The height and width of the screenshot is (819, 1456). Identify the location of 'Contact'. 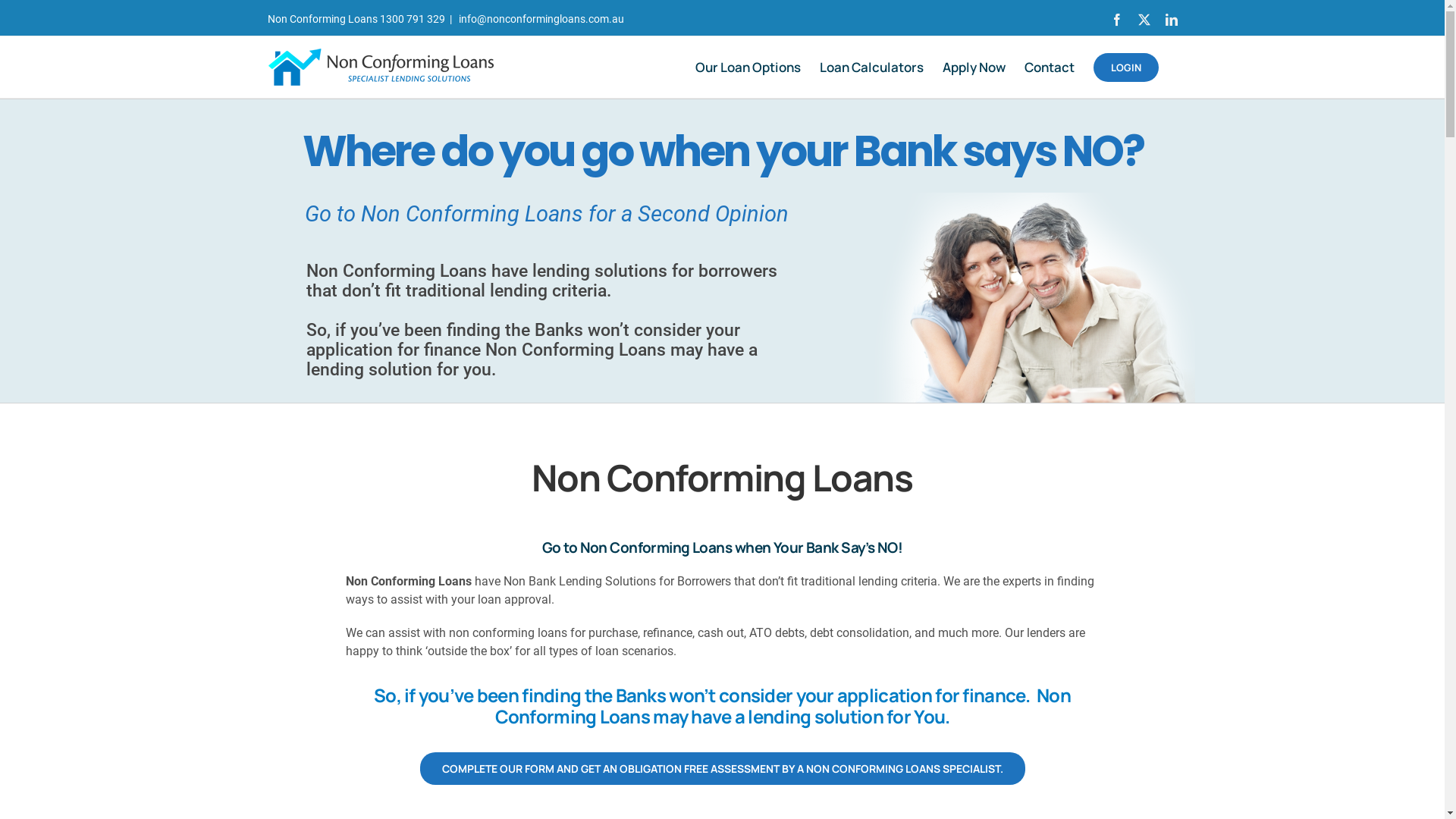
(1047, 66).